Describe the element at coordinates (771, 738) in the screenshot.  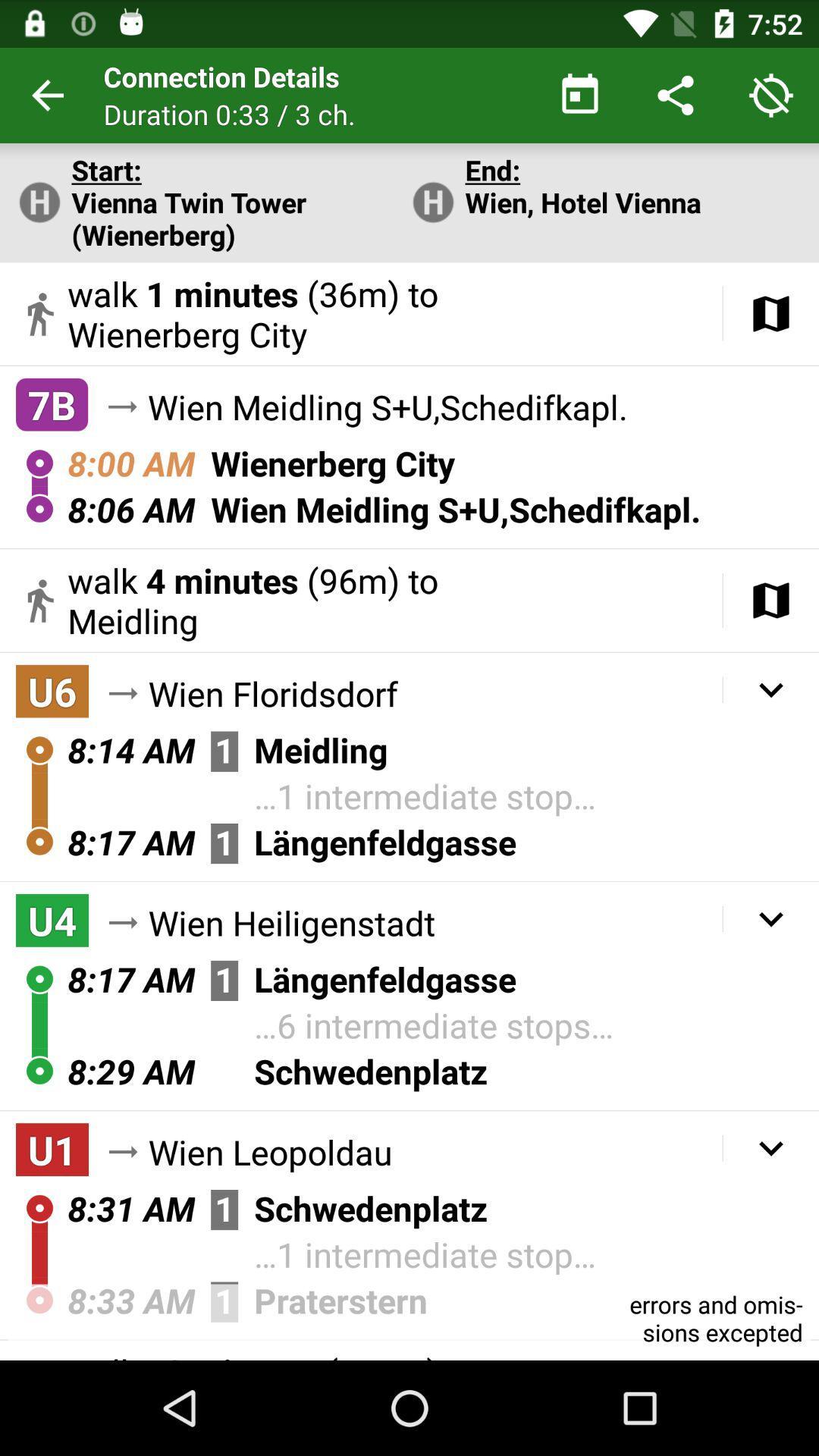
I see `the expand_more icon` at that location.